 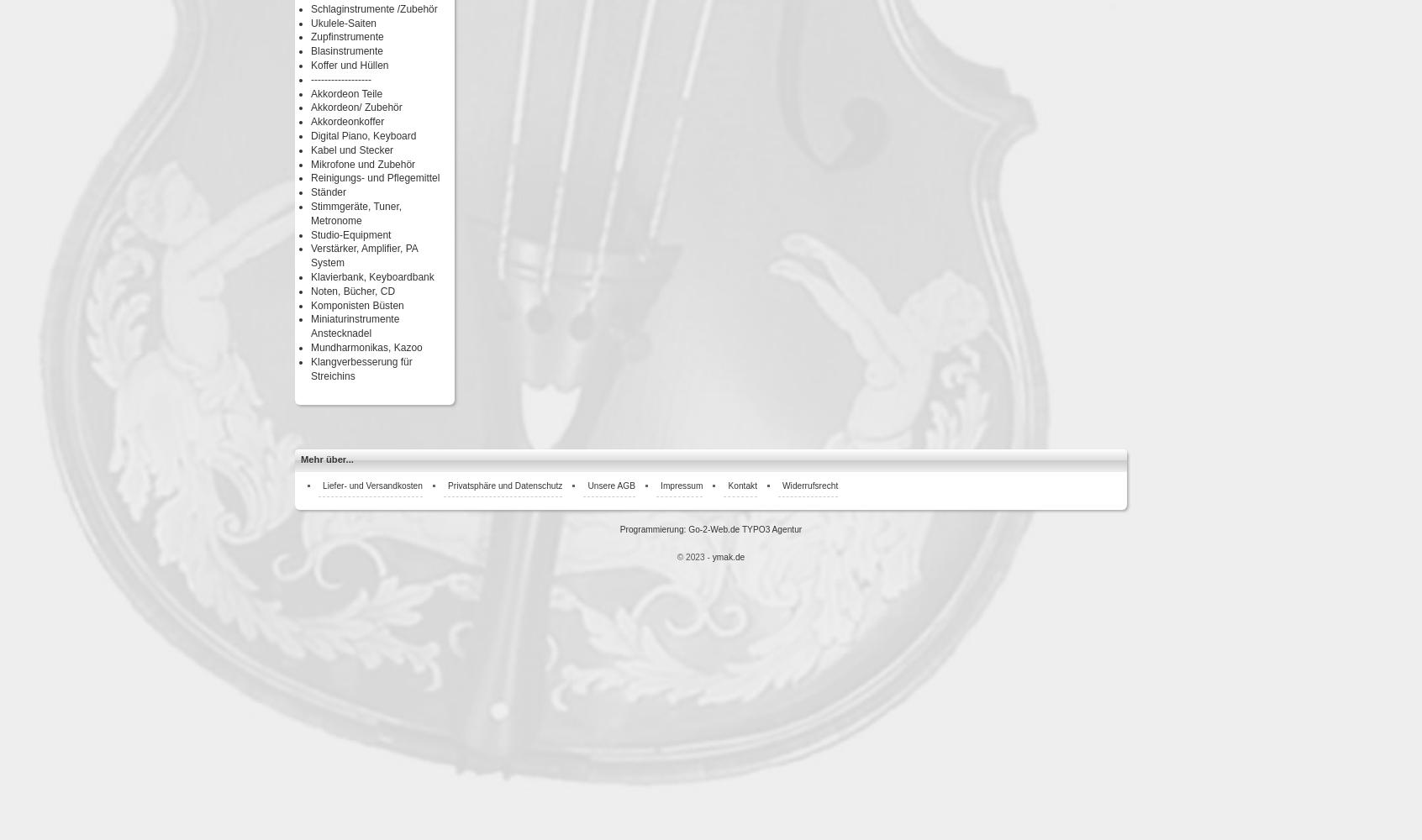 What do you see at coordinates (371, 484) in the screenshot?
I see `'Liefer- und Versandkosten'` at bounding box center [371, 484].